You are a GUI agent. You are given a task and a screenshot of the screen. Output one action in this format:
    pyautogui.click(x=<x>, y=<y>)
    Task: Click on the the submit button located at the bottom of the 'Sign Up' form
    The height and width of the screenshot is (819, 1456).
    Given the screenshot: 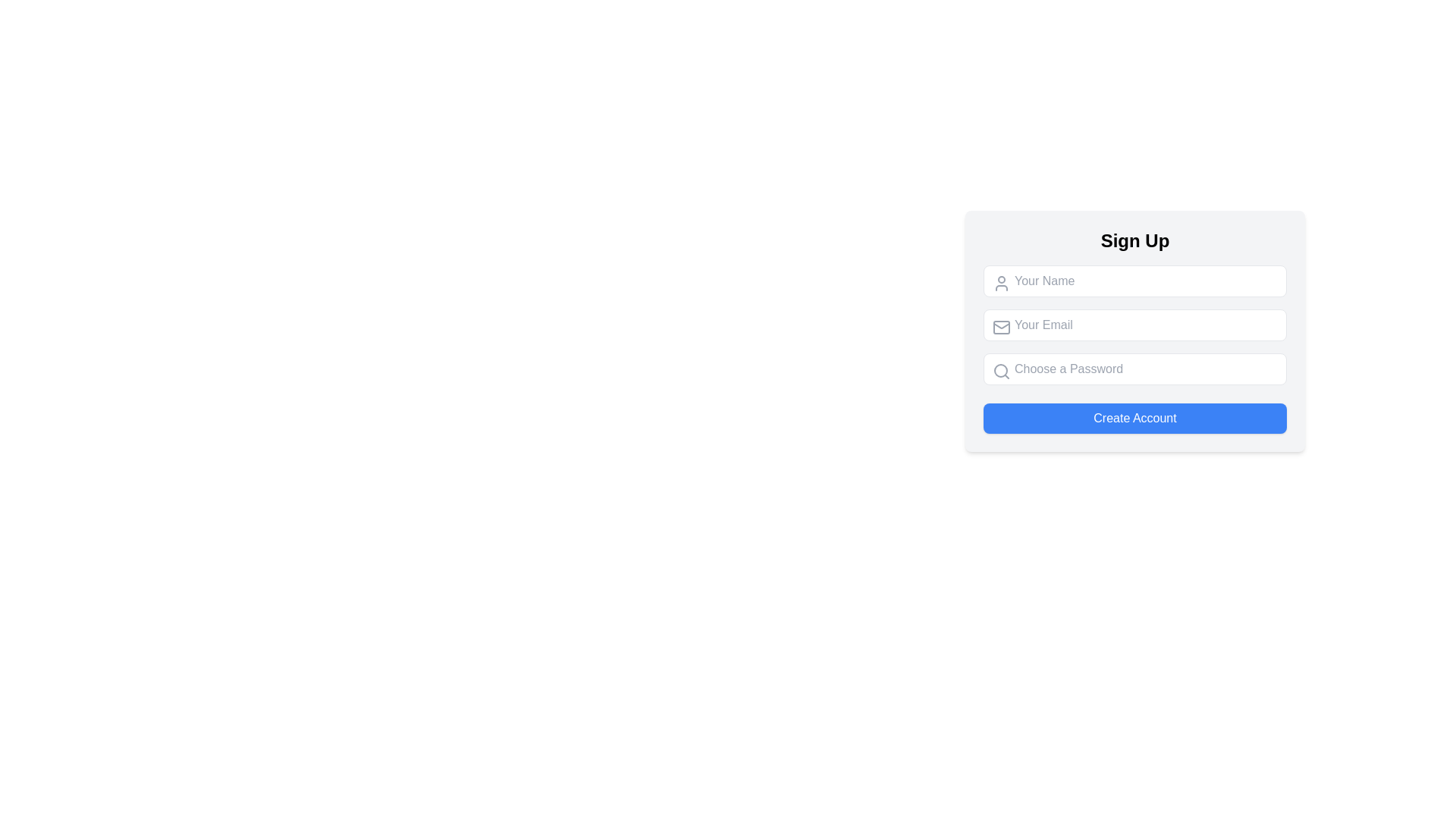 What is the action you would take?
    pyautogui.click(x=1135, y=418)
    